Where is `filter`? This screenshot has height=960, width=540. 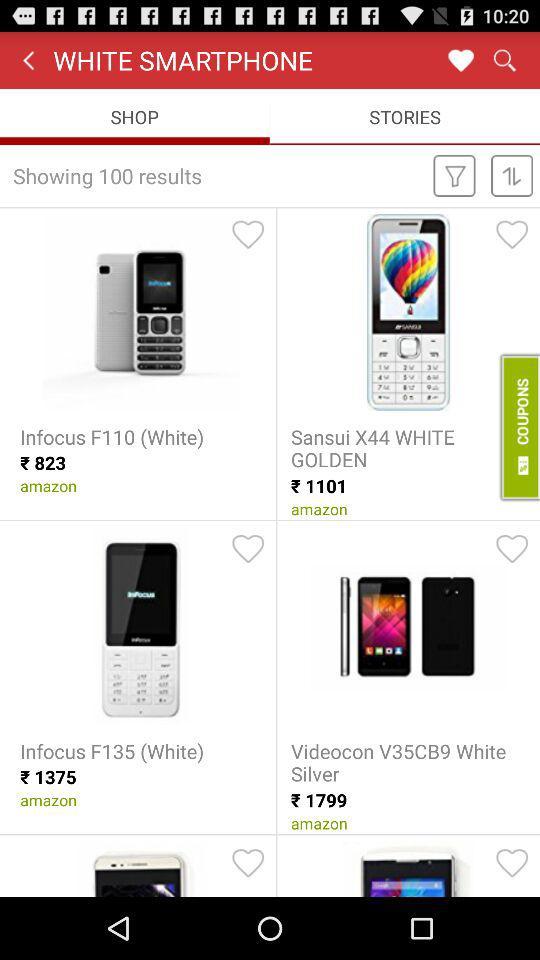 filter is located at coordinates (454, 174).